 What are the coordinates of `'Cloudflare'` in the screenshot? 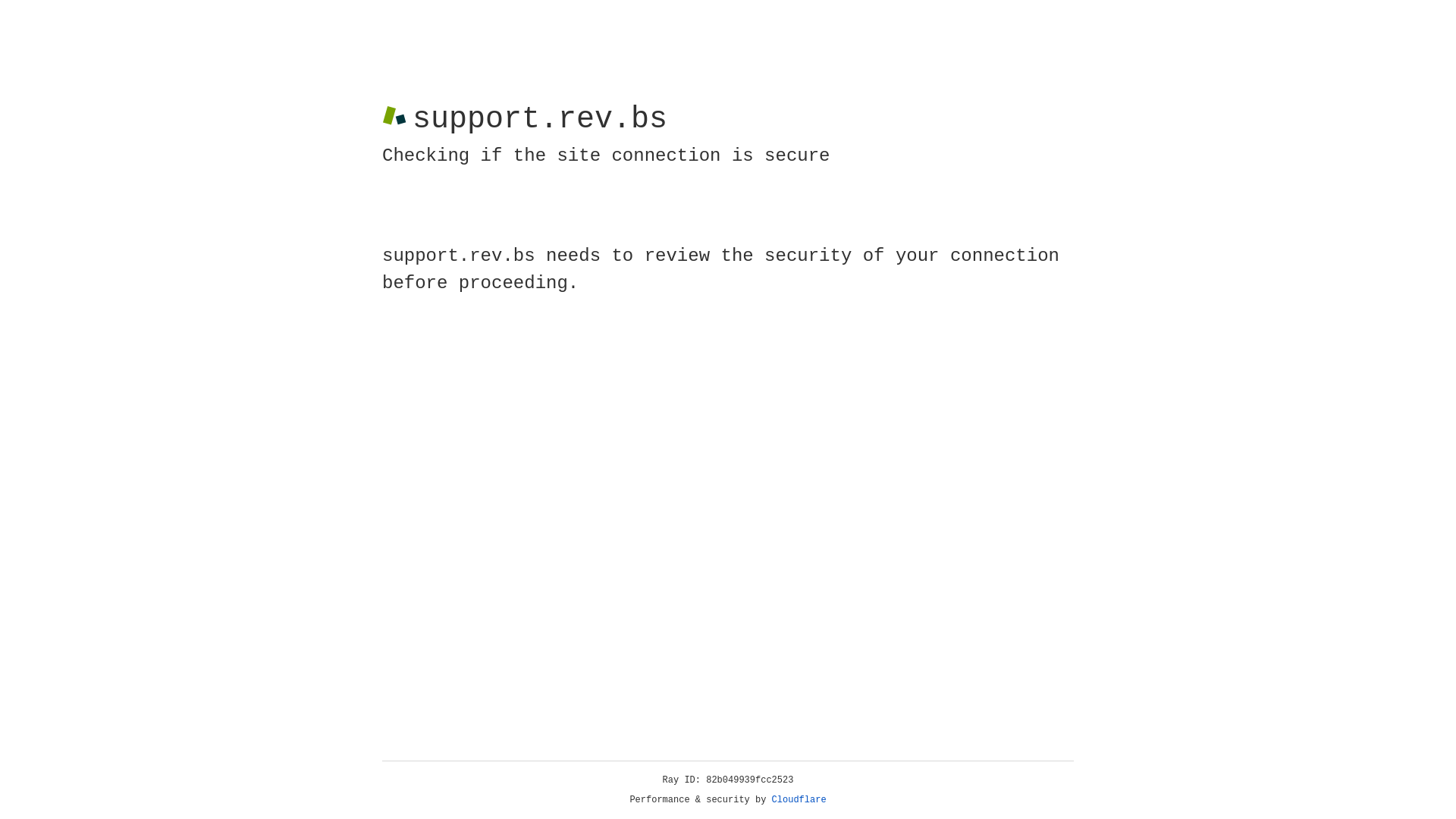 It's located at (799, 799).